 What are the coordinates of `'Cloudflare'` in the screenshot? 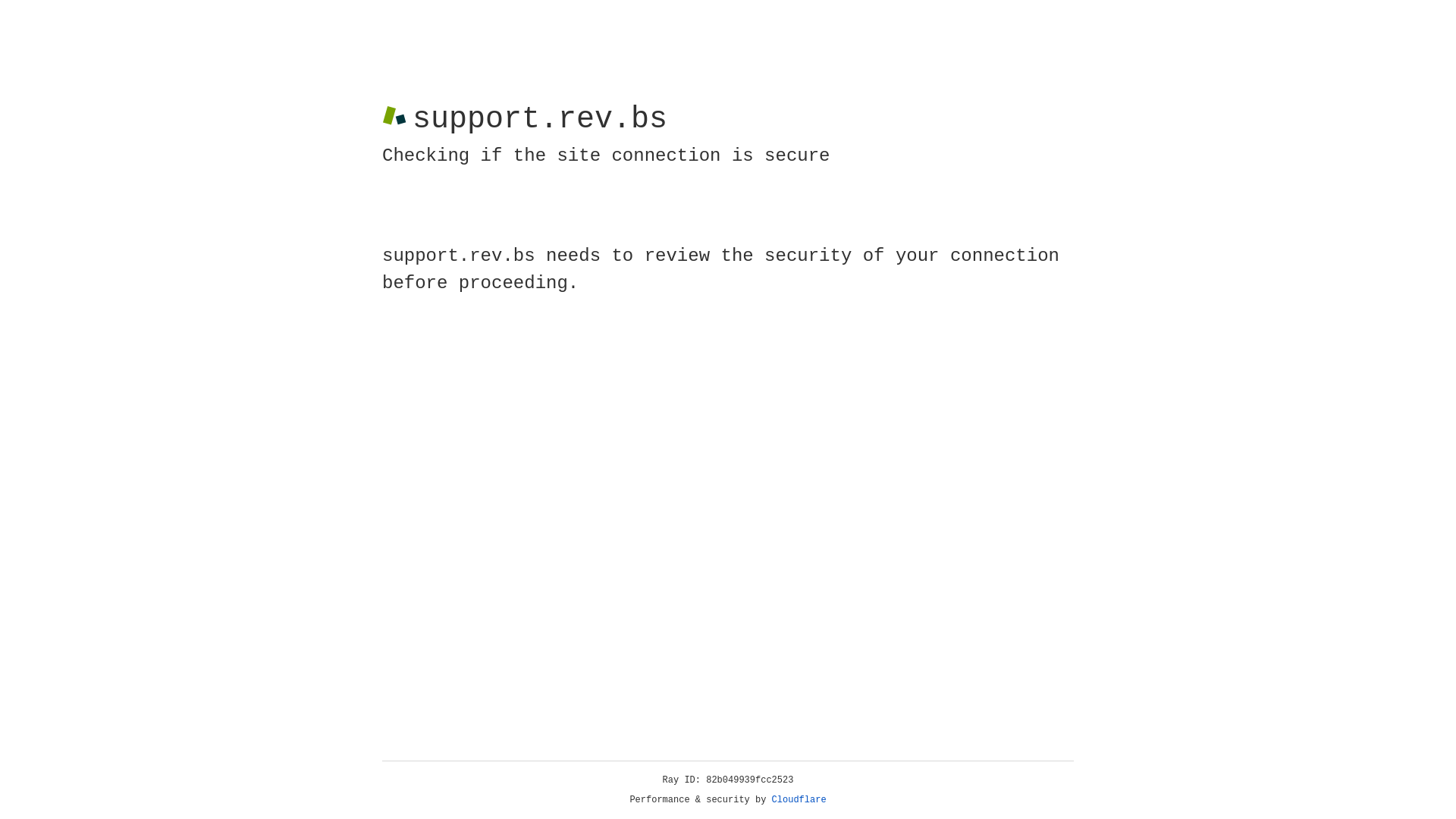 It's located at (799, 799).